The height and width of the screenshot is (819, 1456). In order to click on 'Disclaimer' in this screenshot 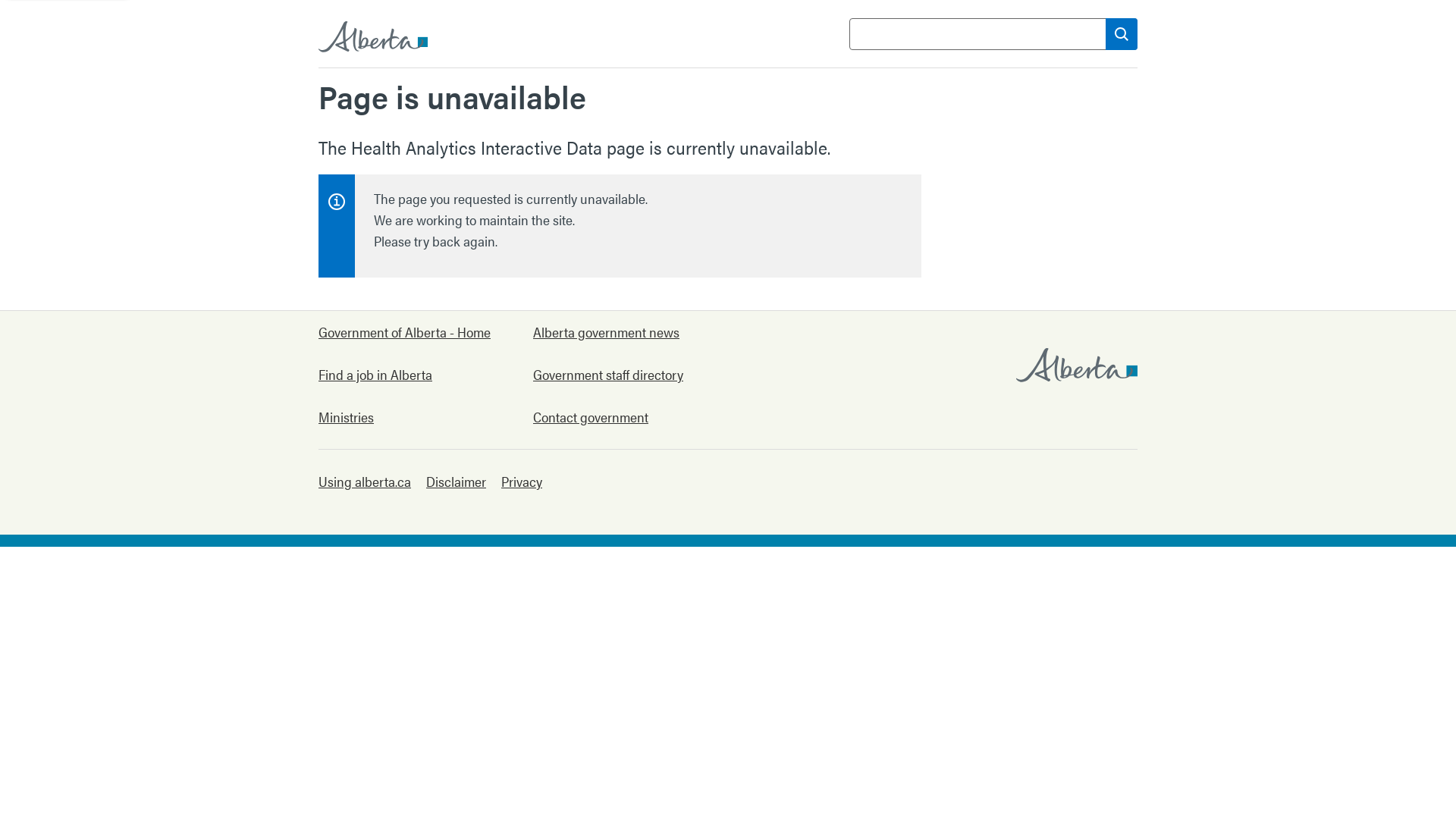, I will do `click(455, 482)`.